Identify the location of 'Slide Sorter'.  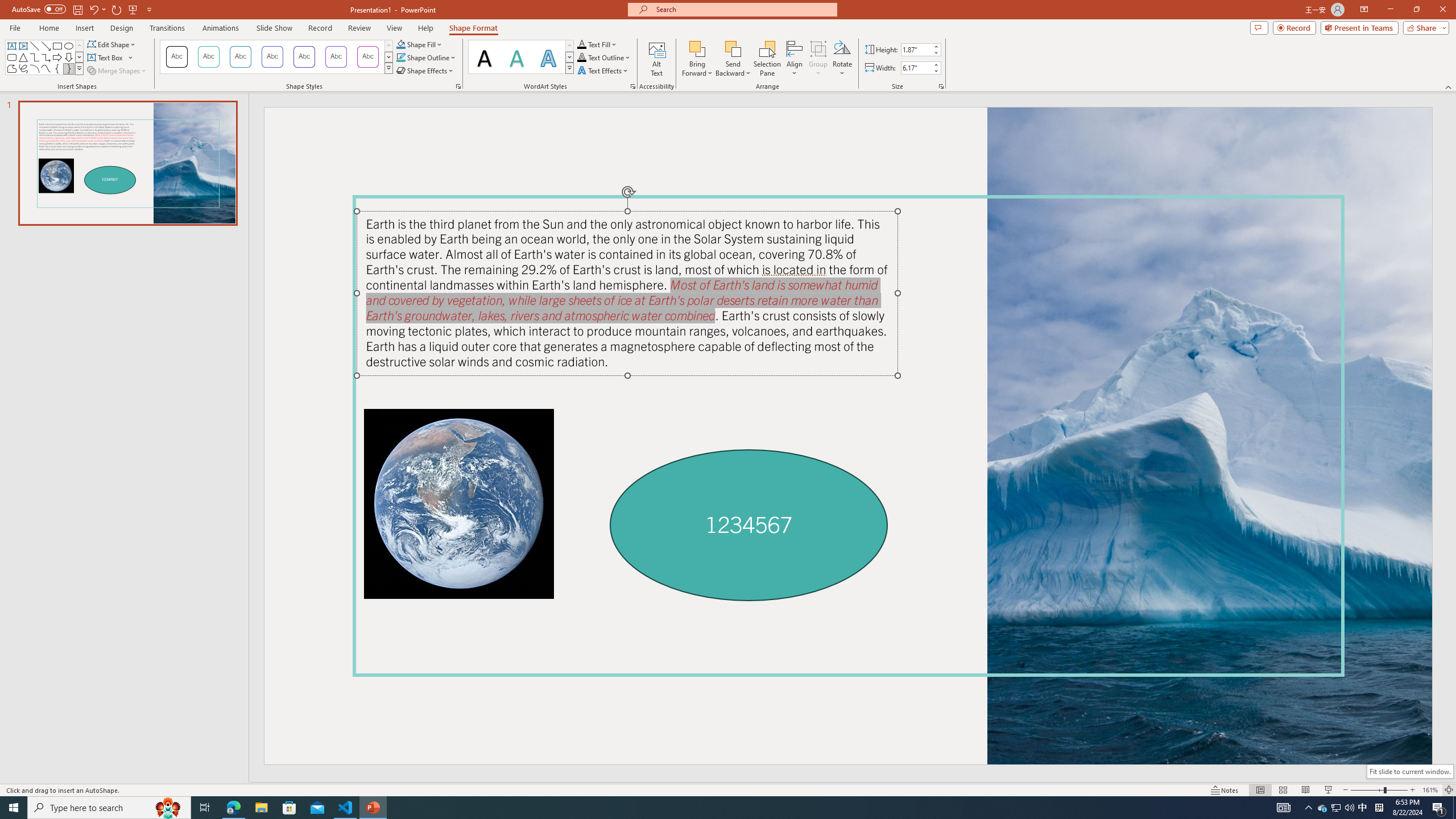
(1282, 790).